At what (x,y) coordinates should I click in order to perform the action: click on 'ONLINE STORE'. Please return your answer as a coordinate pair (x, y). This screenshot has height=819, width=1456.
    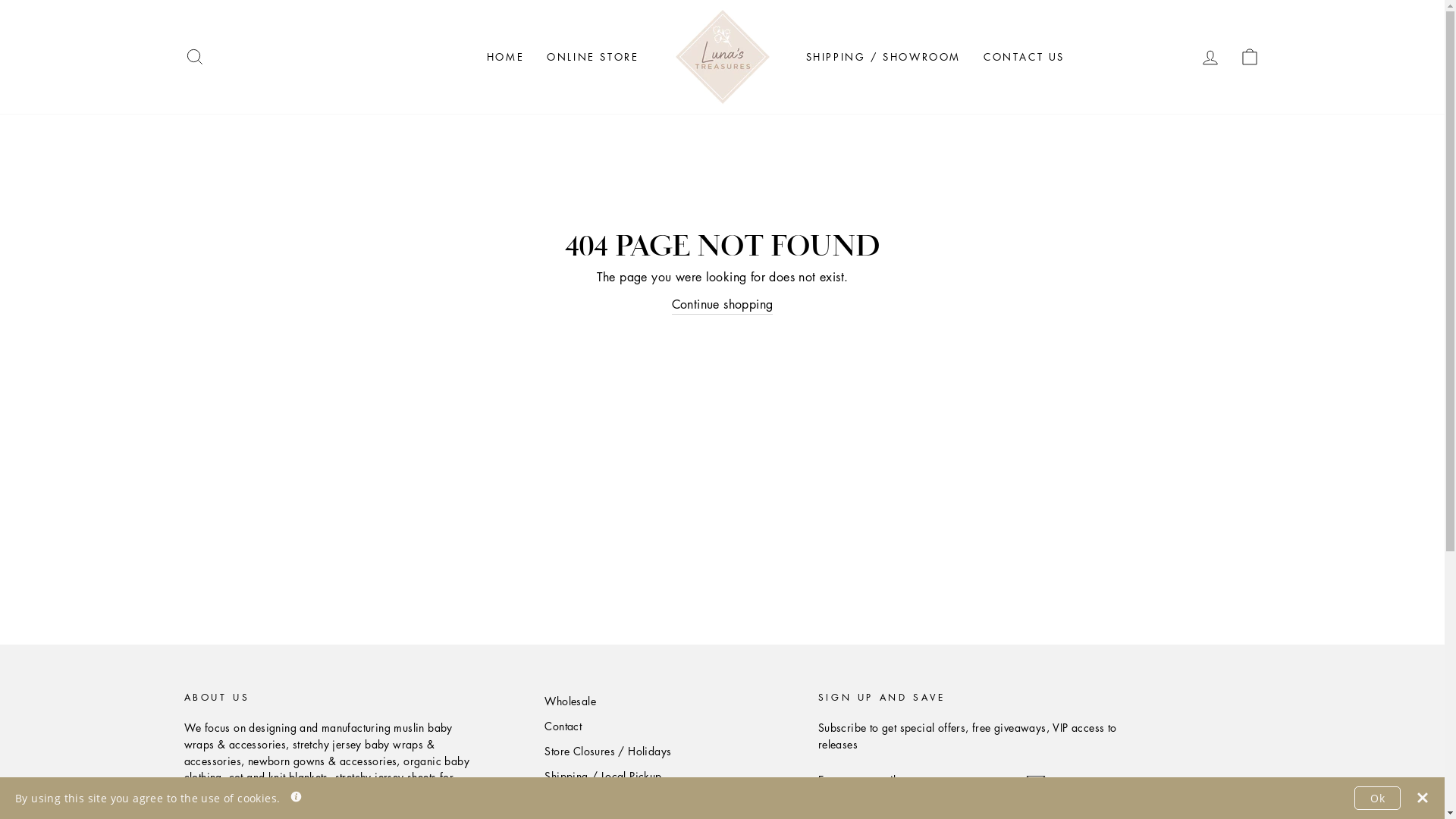
    Looking at the image, I should click on (591, 55).